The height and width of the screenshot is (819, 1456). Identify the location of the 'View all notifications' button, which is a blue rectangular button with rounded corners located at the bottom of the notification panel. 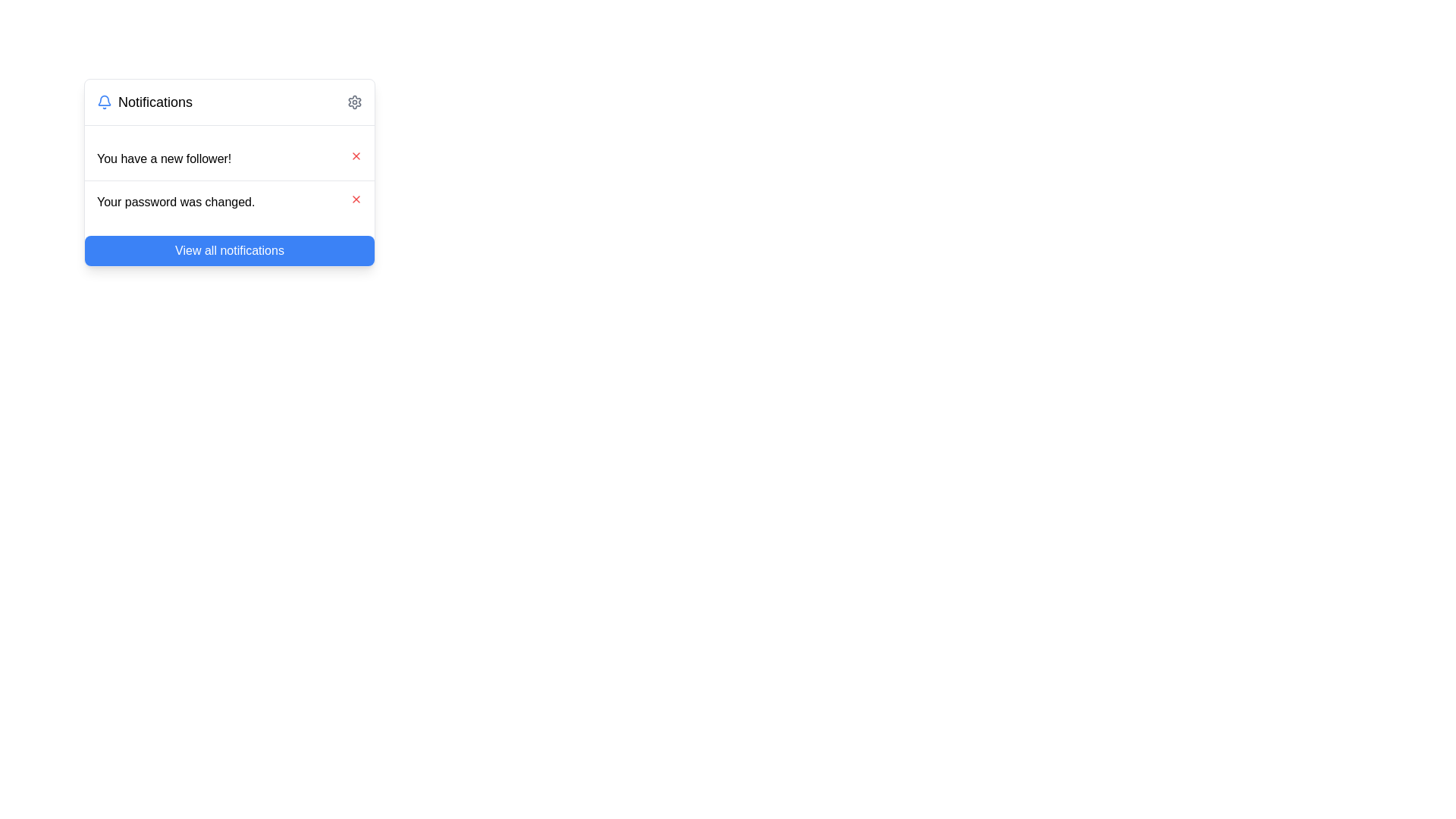
(228, 250).